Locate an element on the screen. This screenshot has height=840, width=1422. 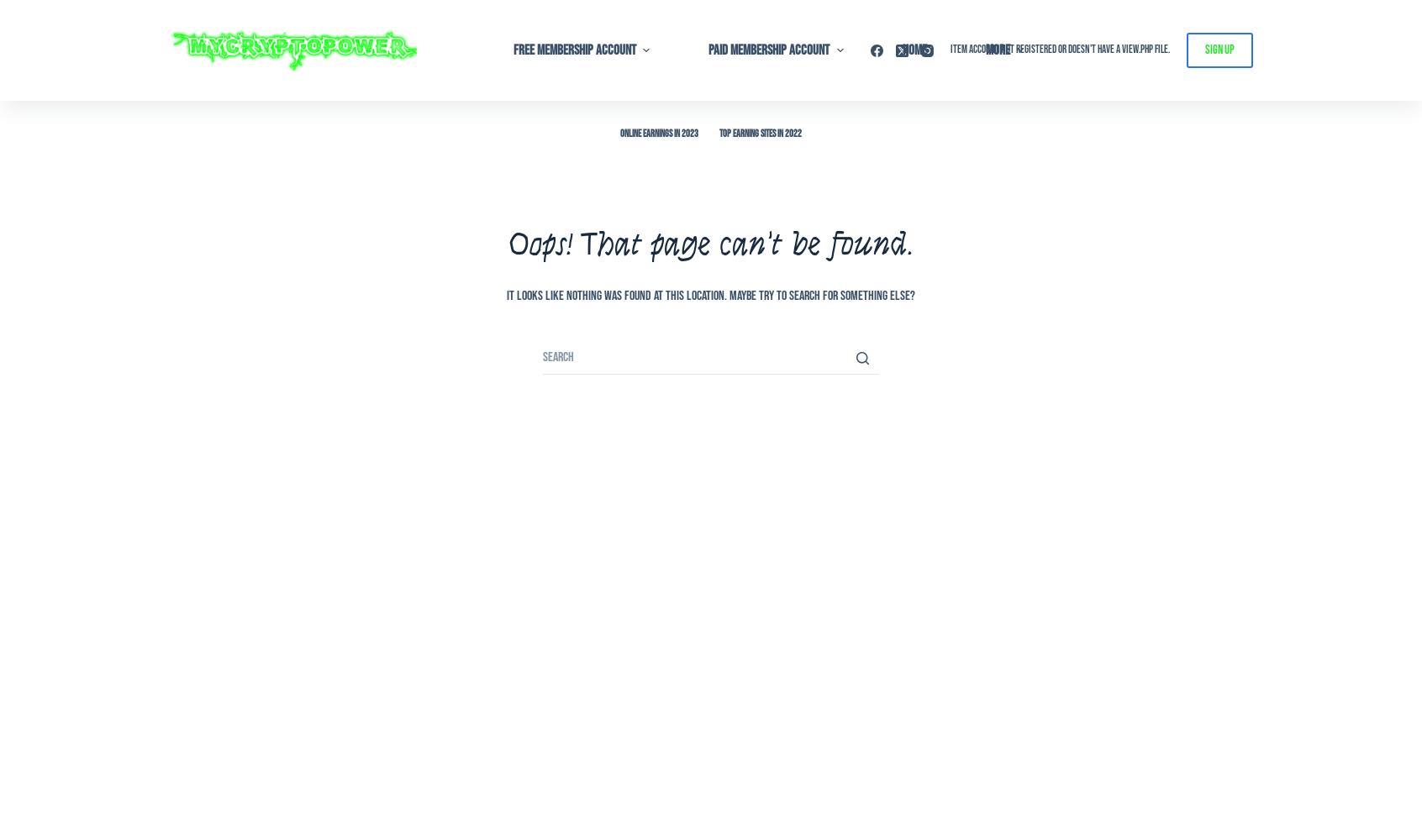
'03 – Link Up' is located at coordinates (518, 297).